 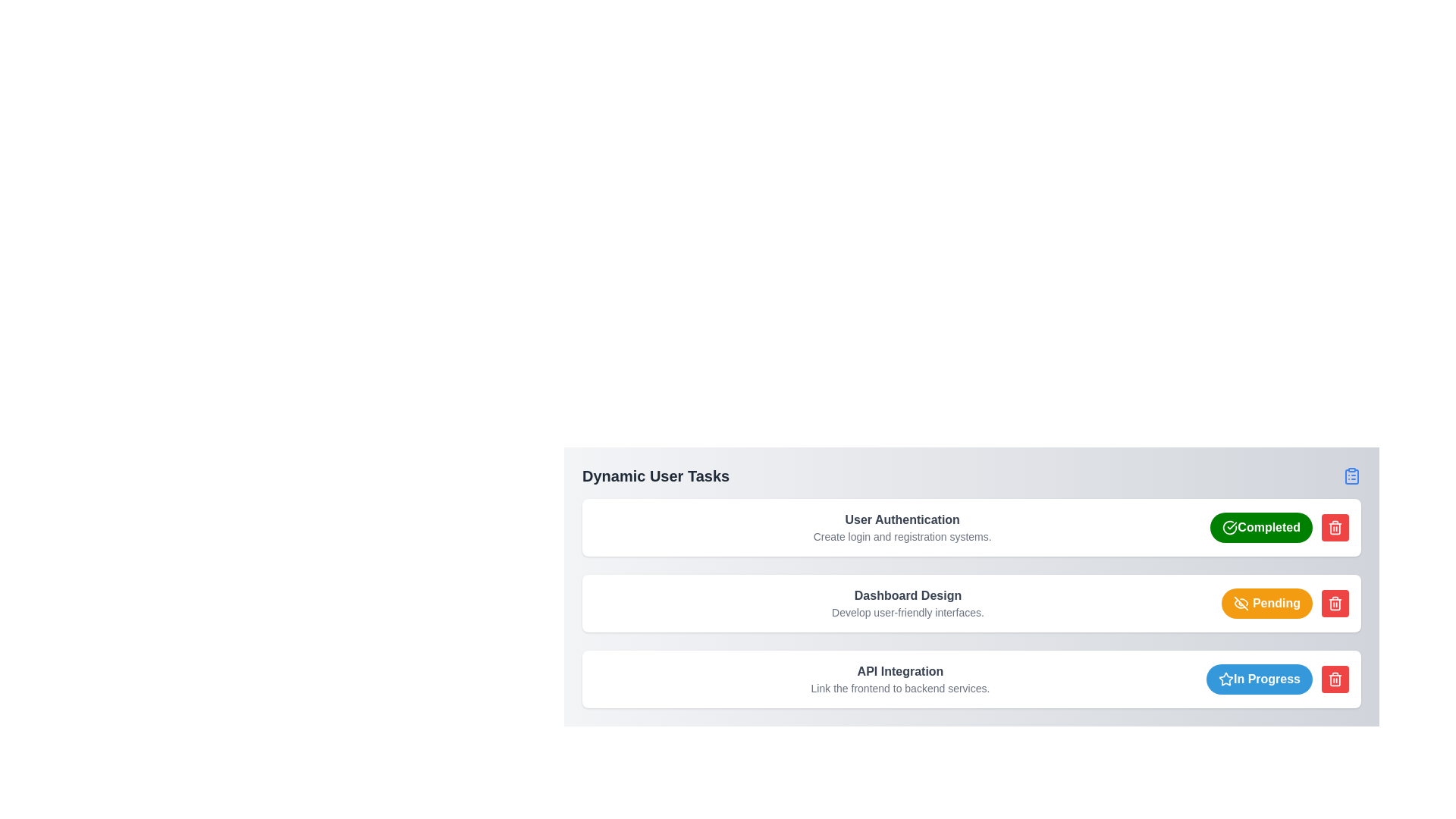 What do you see at coordinates (908, 602) in the screenshot?
I see `the text block displaying the title and description of a task, located in the second task block of the task management interface, positioned between 'User Authentication' and 'API Integration'` at bounding box center [908, 602].